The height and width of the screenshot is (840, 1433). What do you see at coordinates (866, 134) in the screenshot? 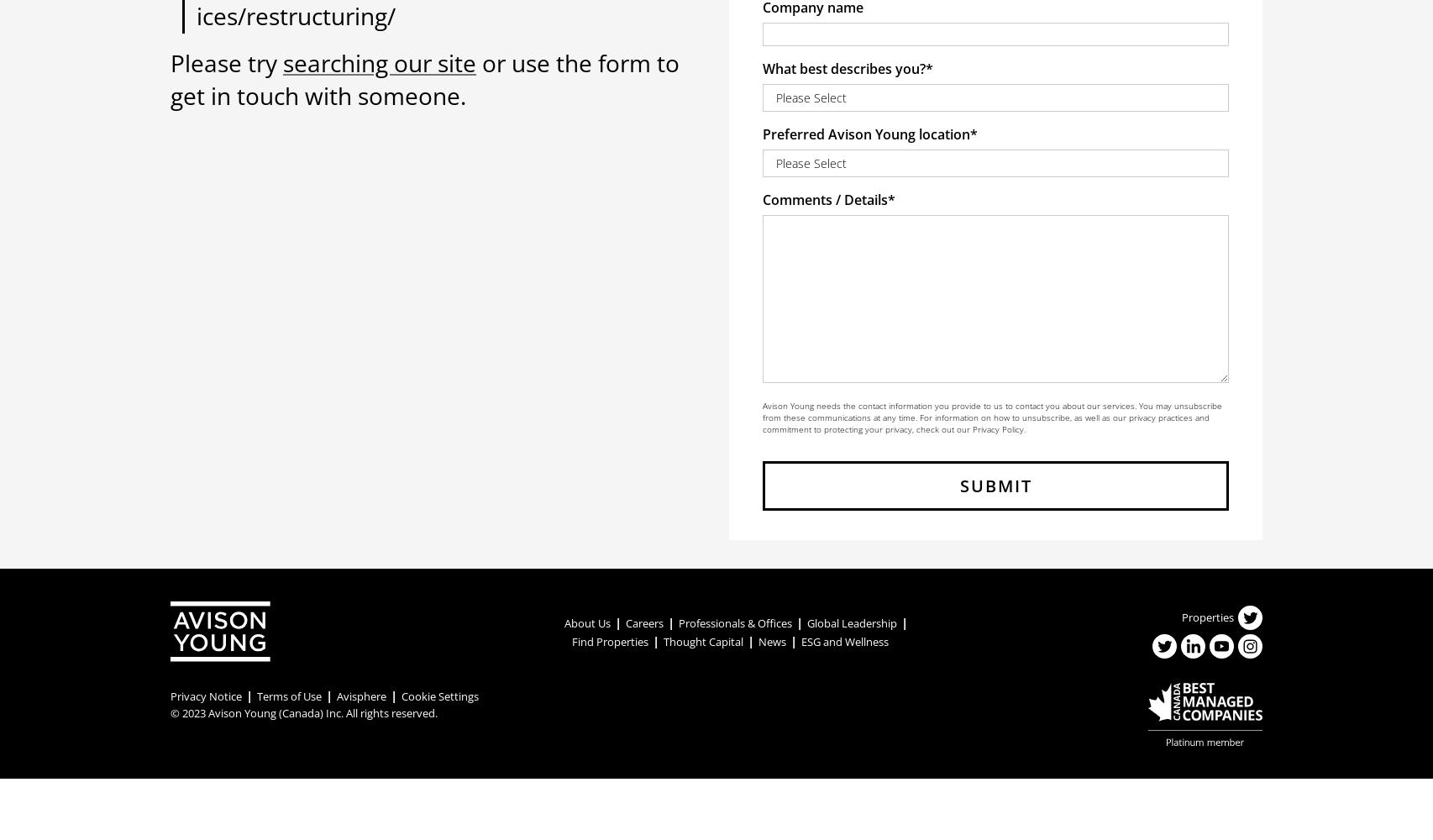
I see `'Preferred Avison Young location'` at bounding box center [866, 134].